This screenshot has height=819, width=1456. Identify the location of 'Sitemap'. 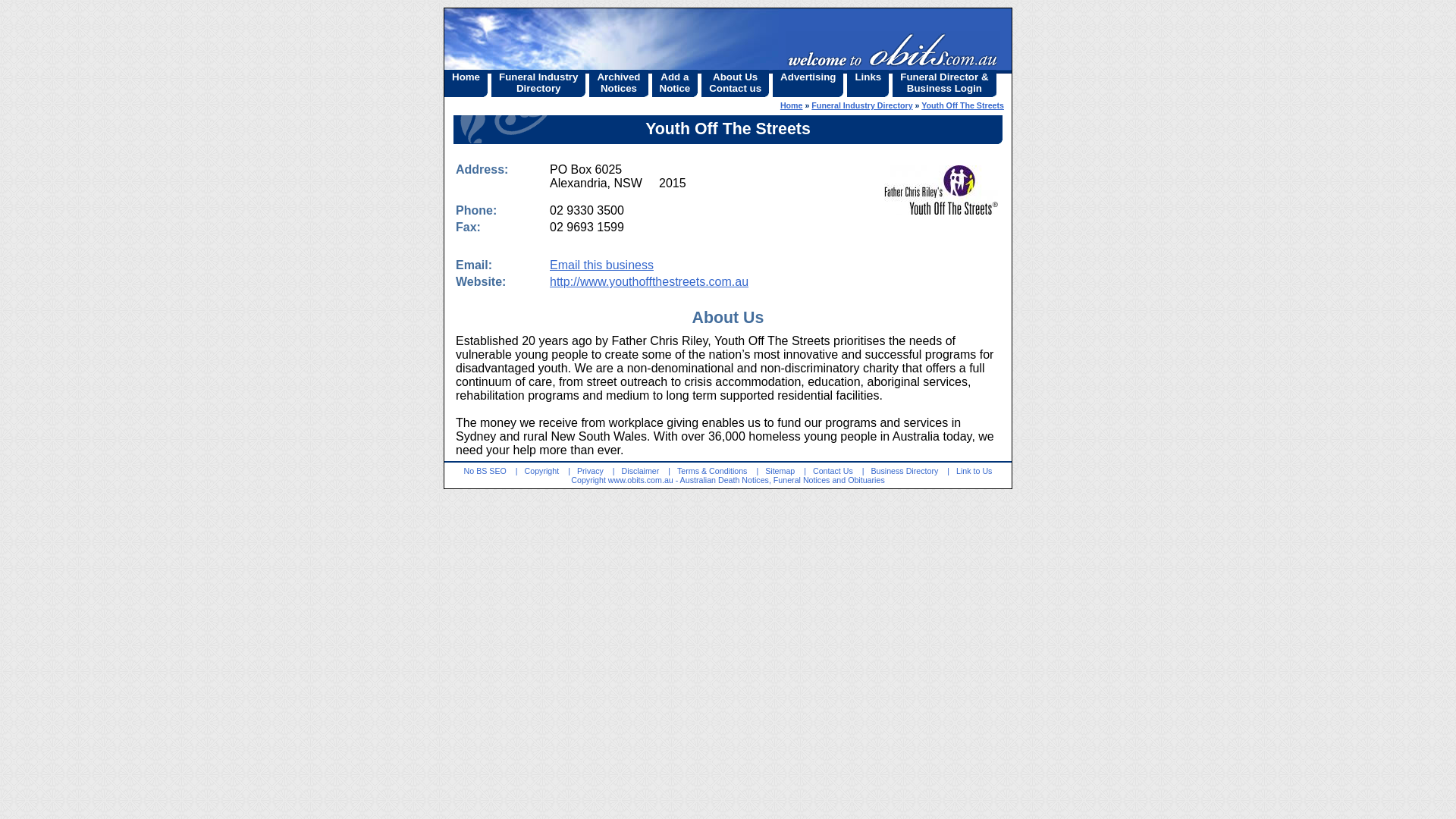
(758, 470).